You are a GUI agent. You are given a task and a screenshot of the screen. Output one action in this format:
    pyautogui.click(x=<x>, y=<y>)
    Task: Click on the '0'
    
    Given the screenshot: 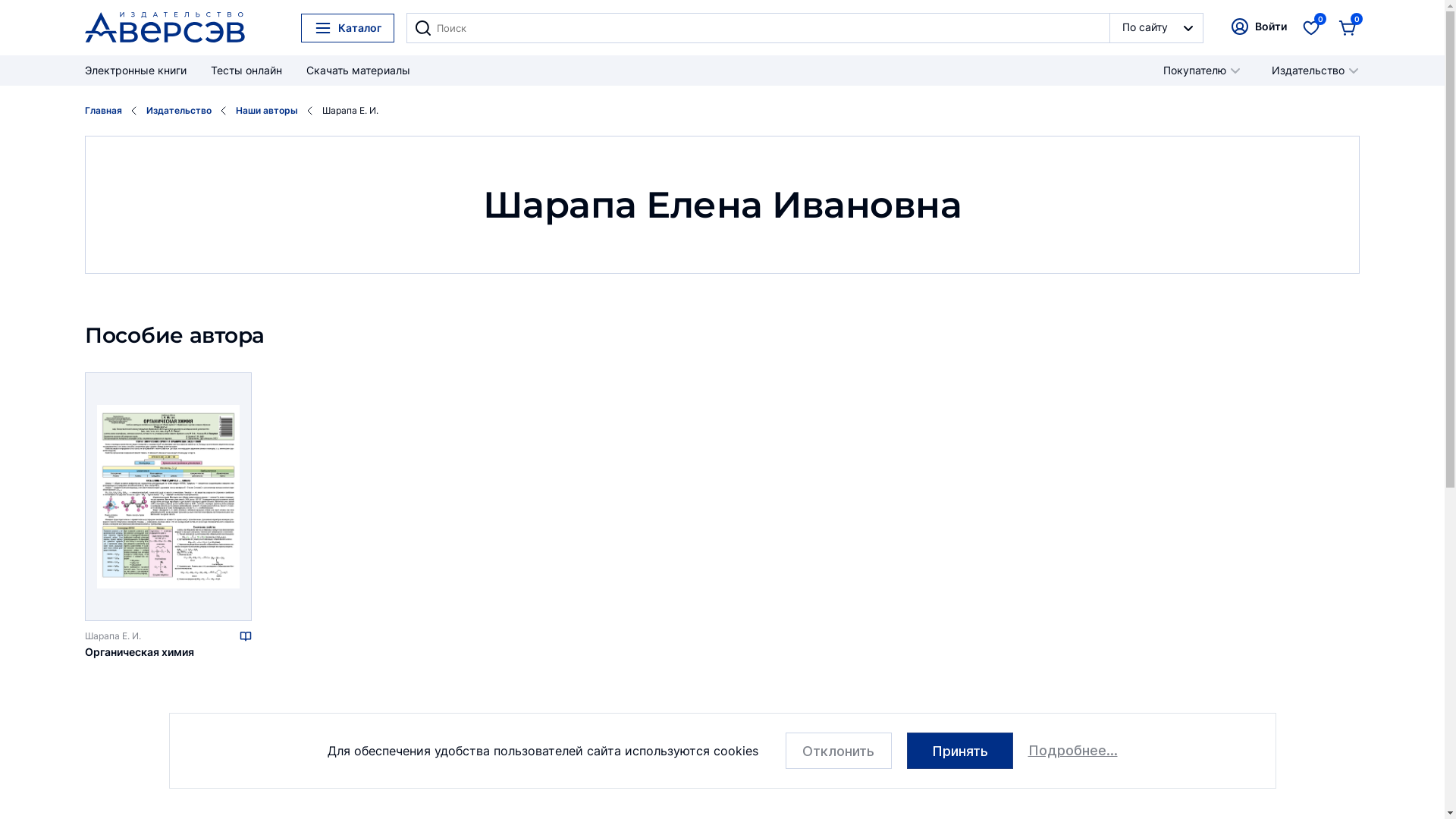 What is the action you would take?
    pyautogui.click(x=1310, y=27)
    